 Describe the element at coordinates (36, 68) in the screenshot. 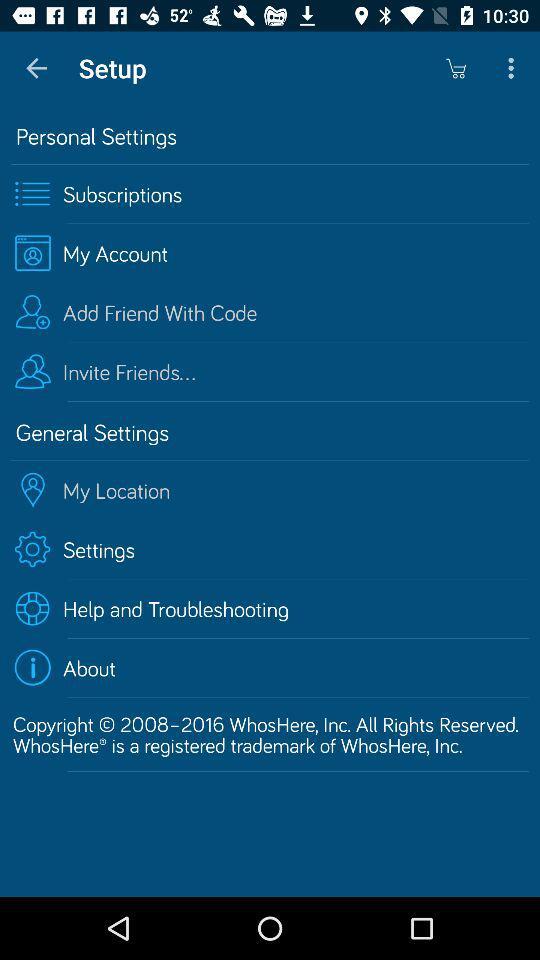

I see `app to the left of setup icon` at that location.